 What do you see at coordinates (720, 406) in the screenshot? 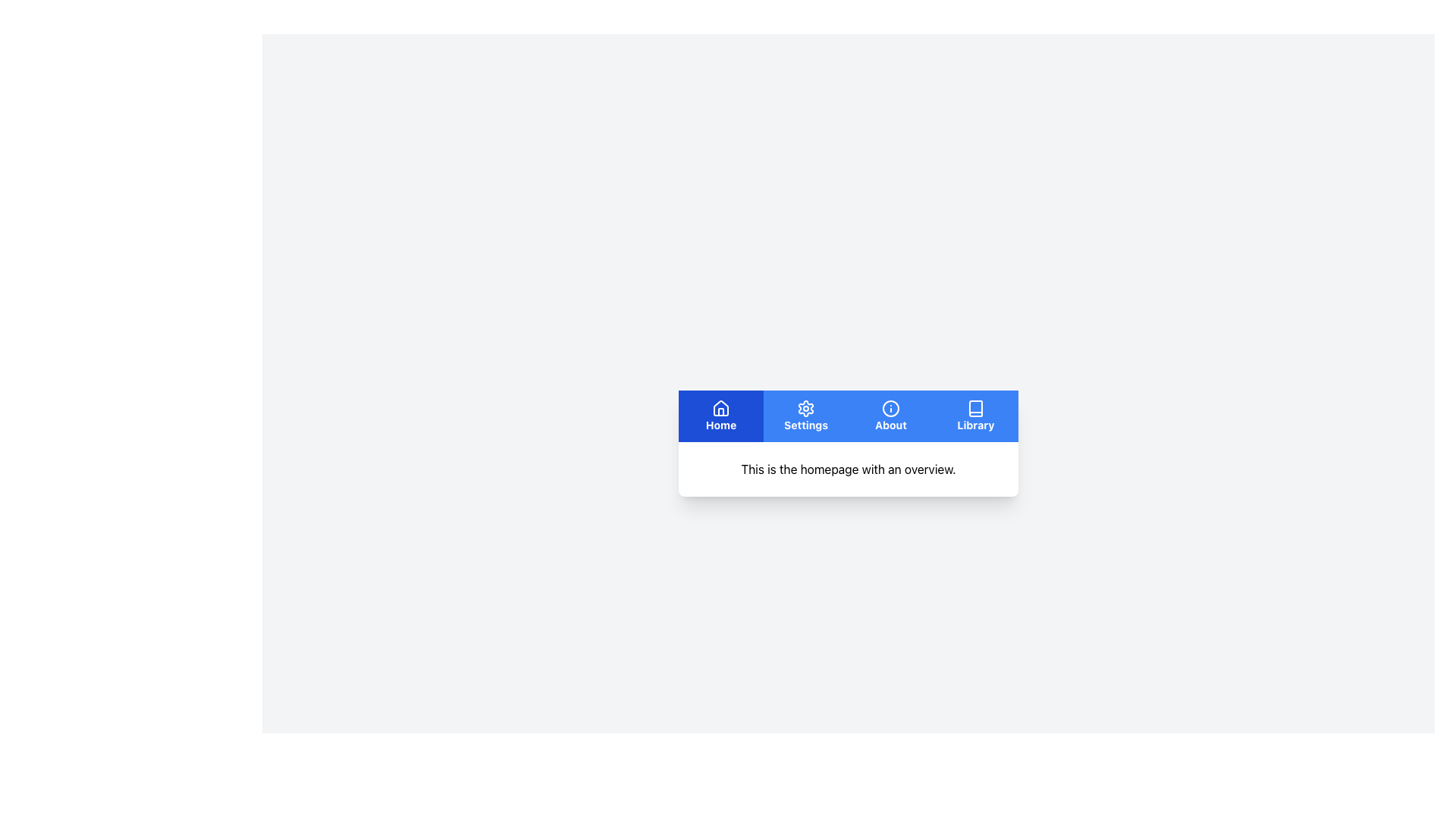
I see `the house-like icon in the navigation bar` at bounding box center [720, 406].